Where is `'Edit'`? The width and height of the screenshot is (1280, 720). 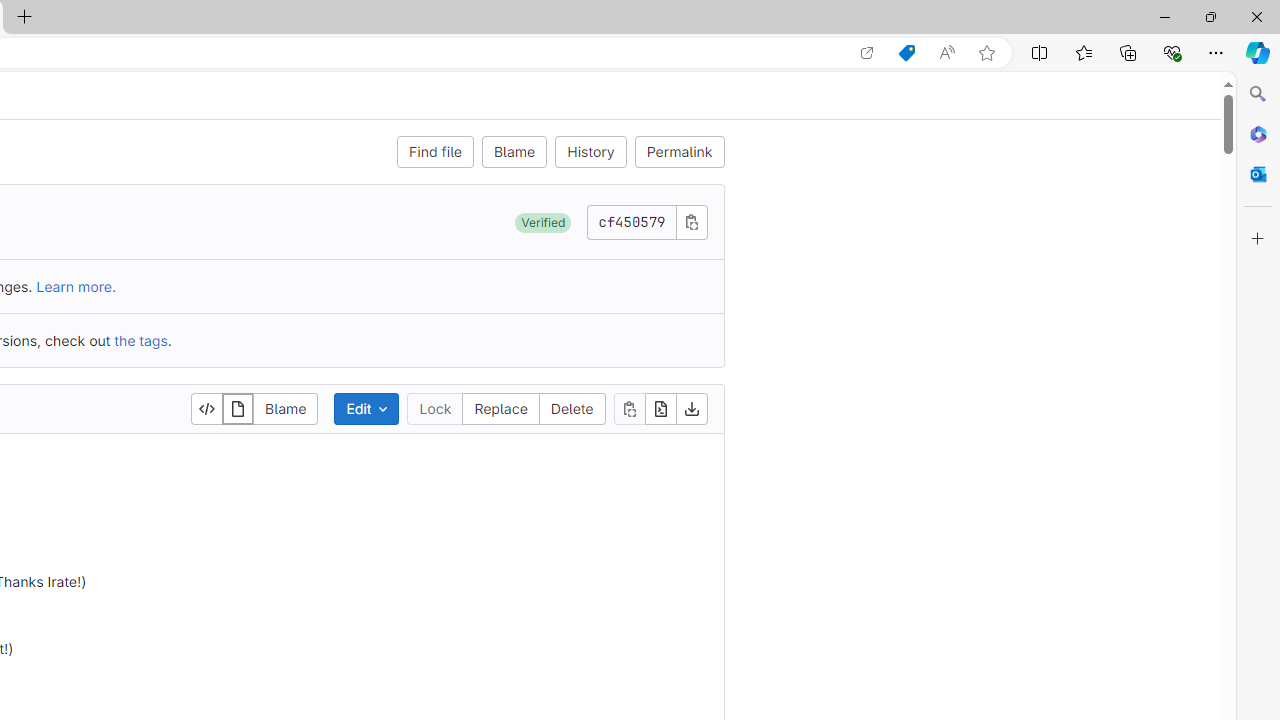 'Edit' is located at coordinates (366, 407).